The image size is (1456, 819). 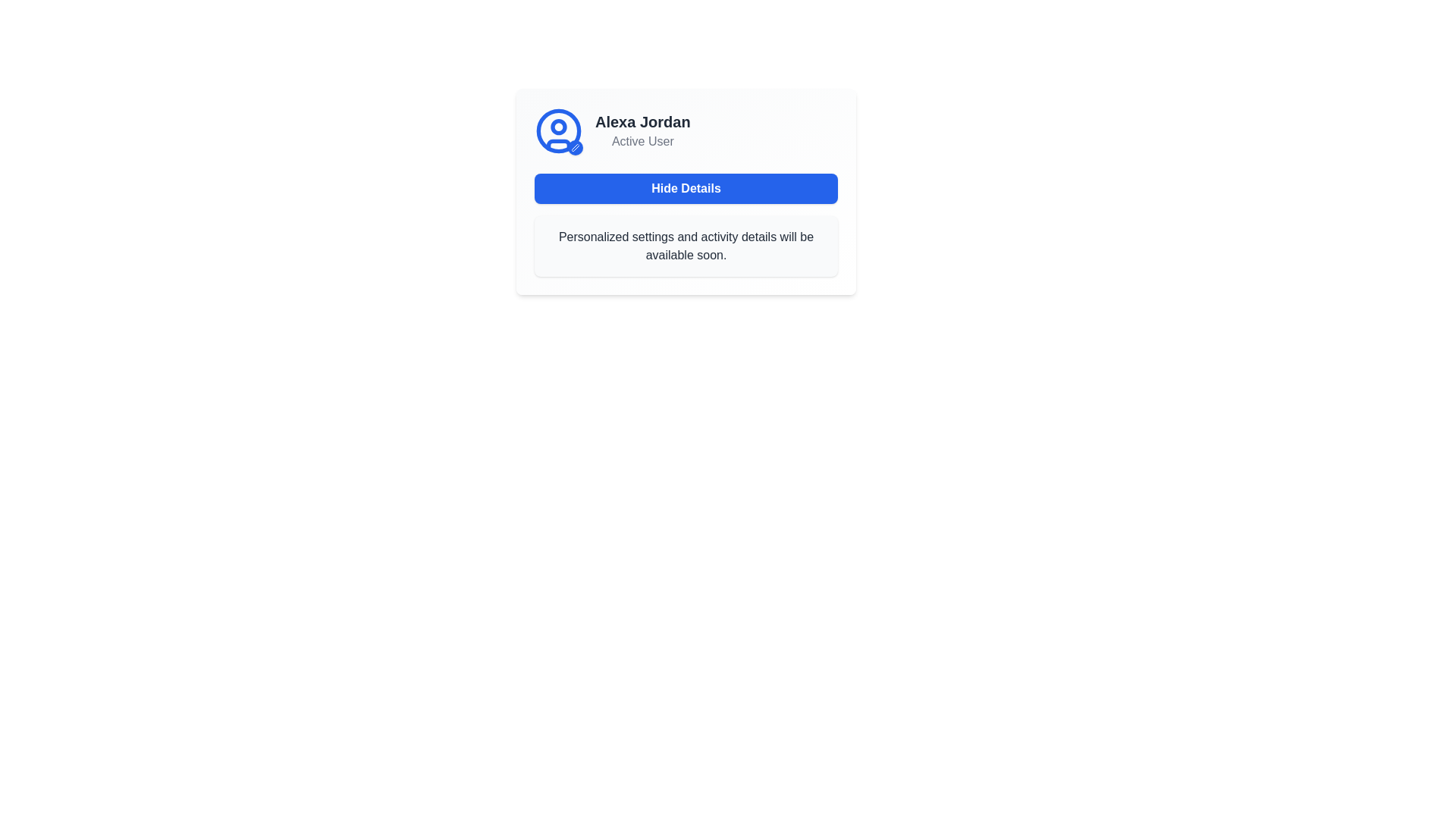 I want to click on the User Profile Icon with Edit Feature, which is a circular icon with a blue outline located to the left of the text 'Alexa Jordan' and 'Active User', to initiate an edit action, so click(x=558, y=130).